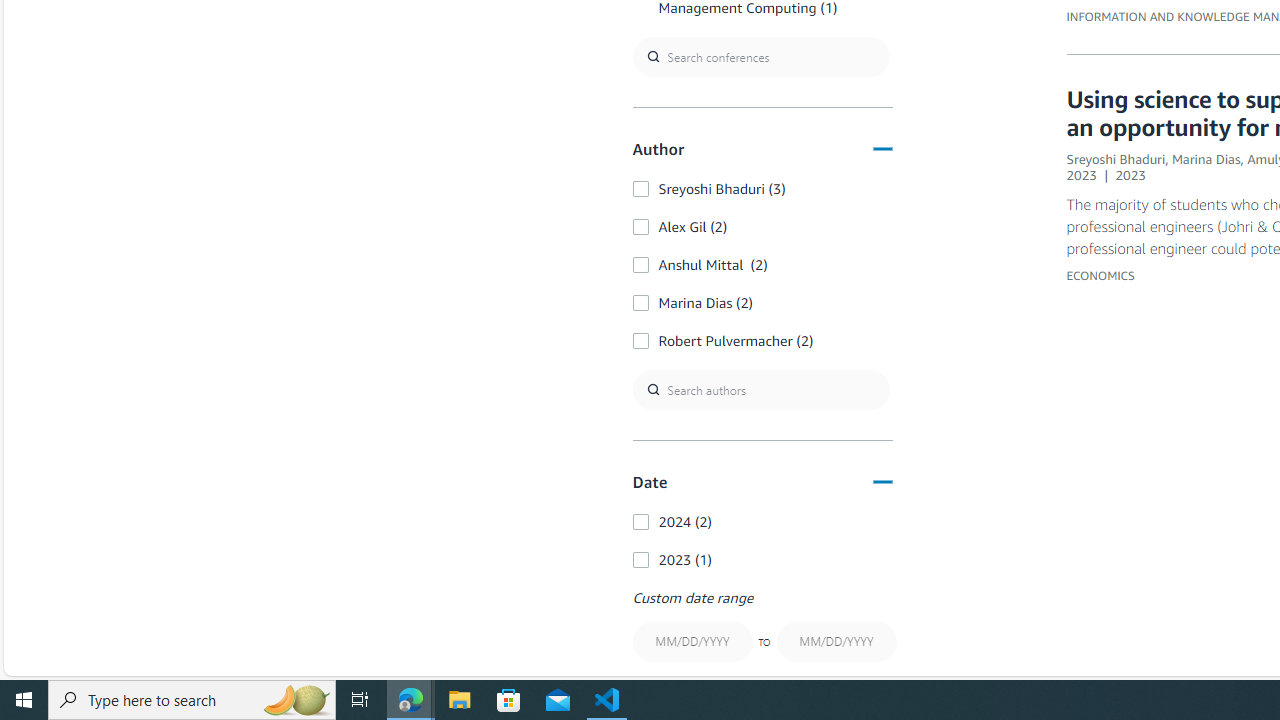  Describe the element at coordinates (761, 627) in the screenshot. I see `'Custom date rangeTO'` at that location.